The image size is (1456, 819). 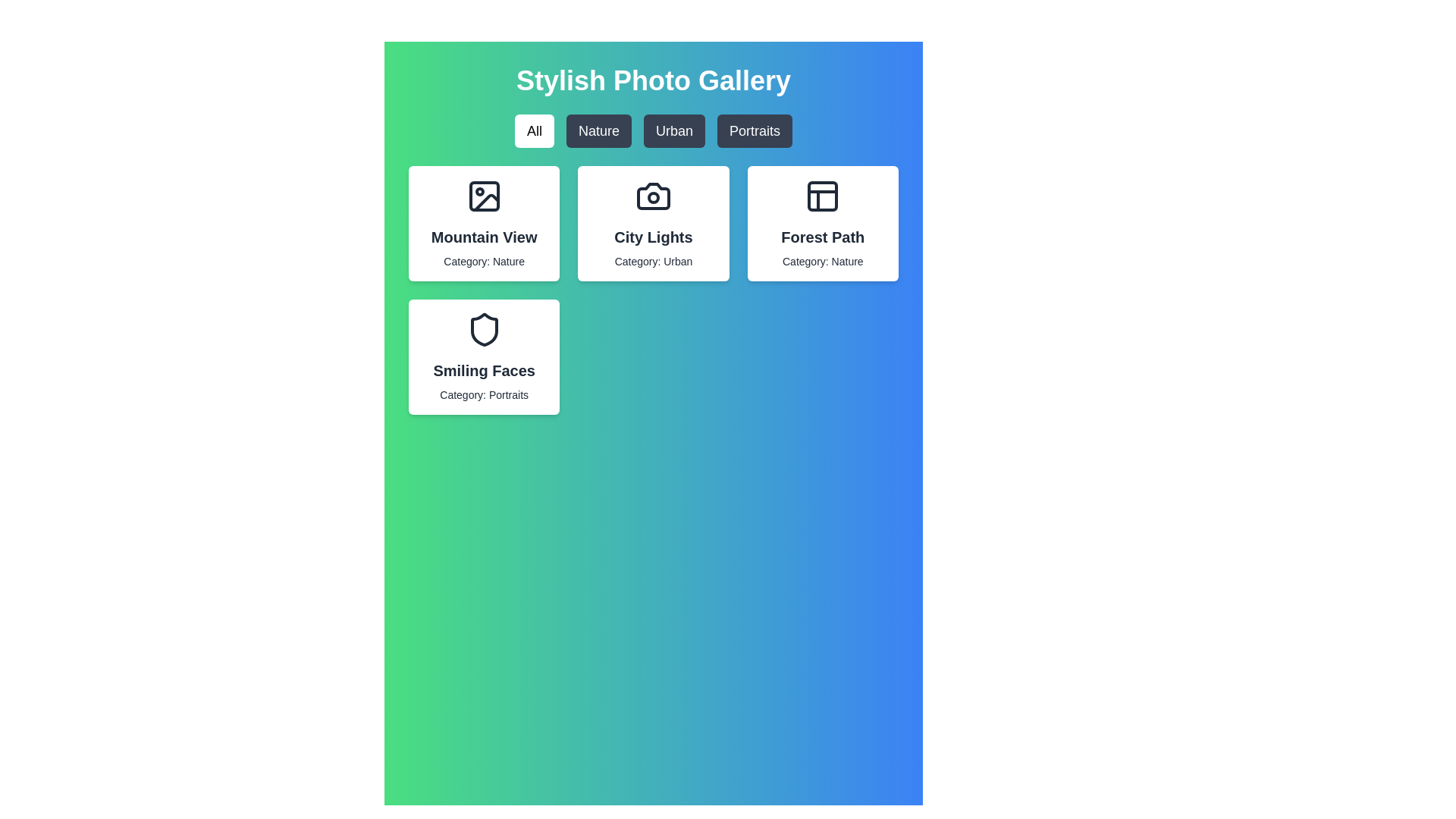 I want to click on the 'Mountain View' card component located in the top-left corner of the grid, so click(x=483, y=223).